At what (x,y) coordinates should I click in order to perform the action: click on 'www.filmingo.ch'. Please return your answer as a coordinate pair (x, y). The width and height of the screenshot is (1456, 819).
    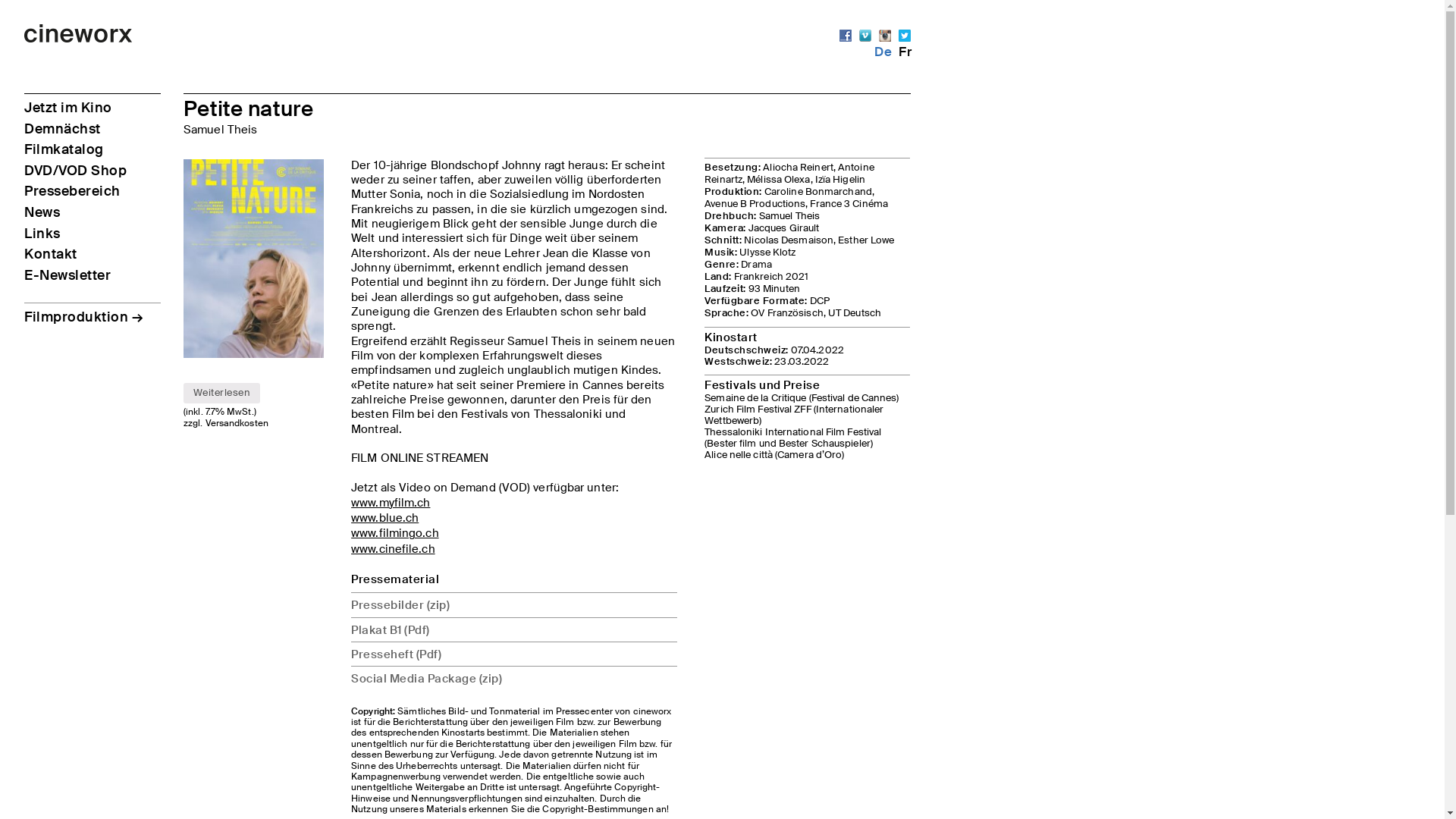
    Looking at the image, I should click on (395, 532).